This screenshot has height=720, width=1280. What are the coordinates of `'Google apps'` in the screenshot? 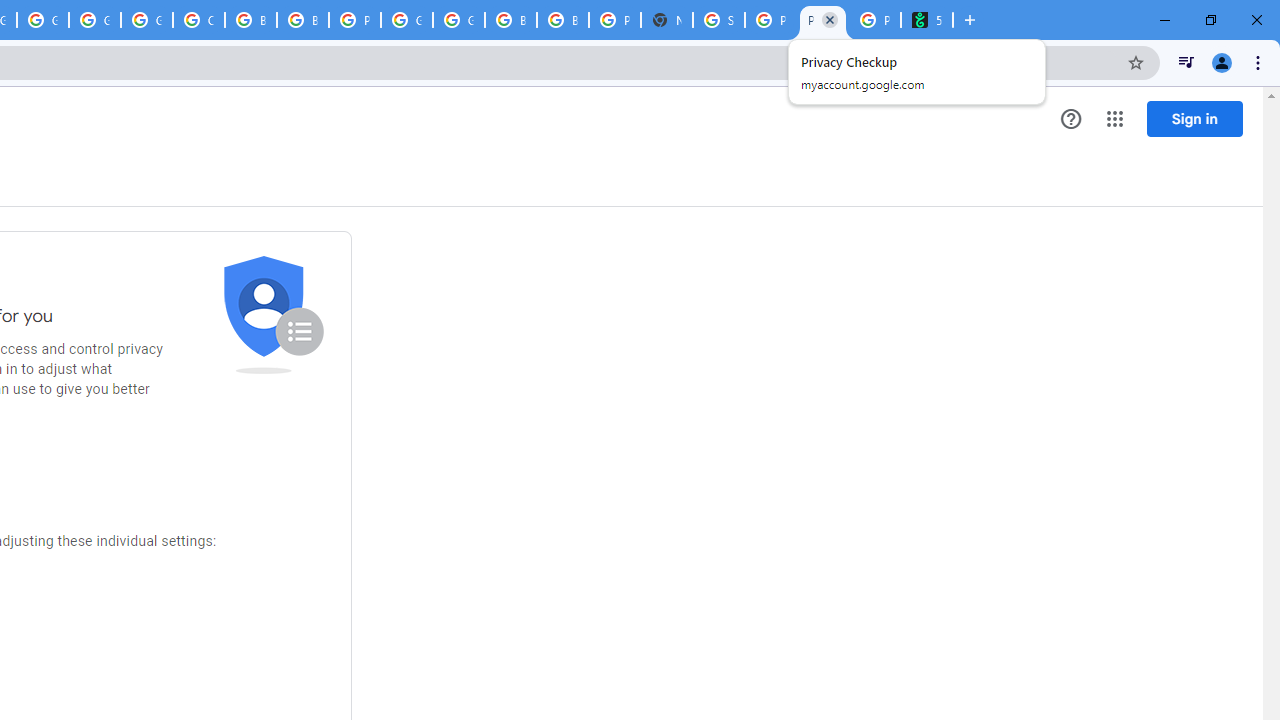 It's located at (1113, 119).